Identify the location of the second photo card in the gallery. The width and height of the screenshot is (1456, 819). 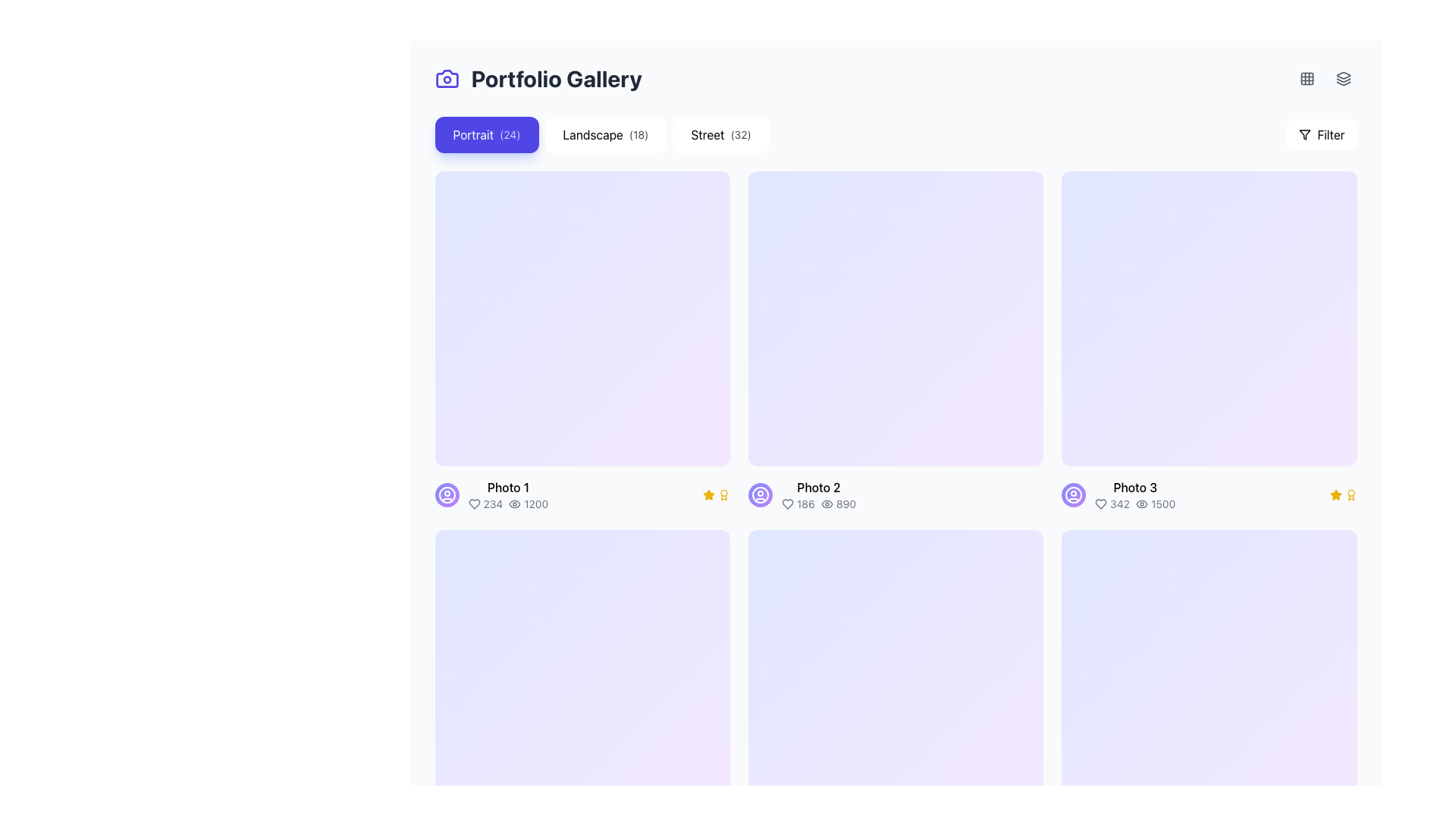
(896, 341).